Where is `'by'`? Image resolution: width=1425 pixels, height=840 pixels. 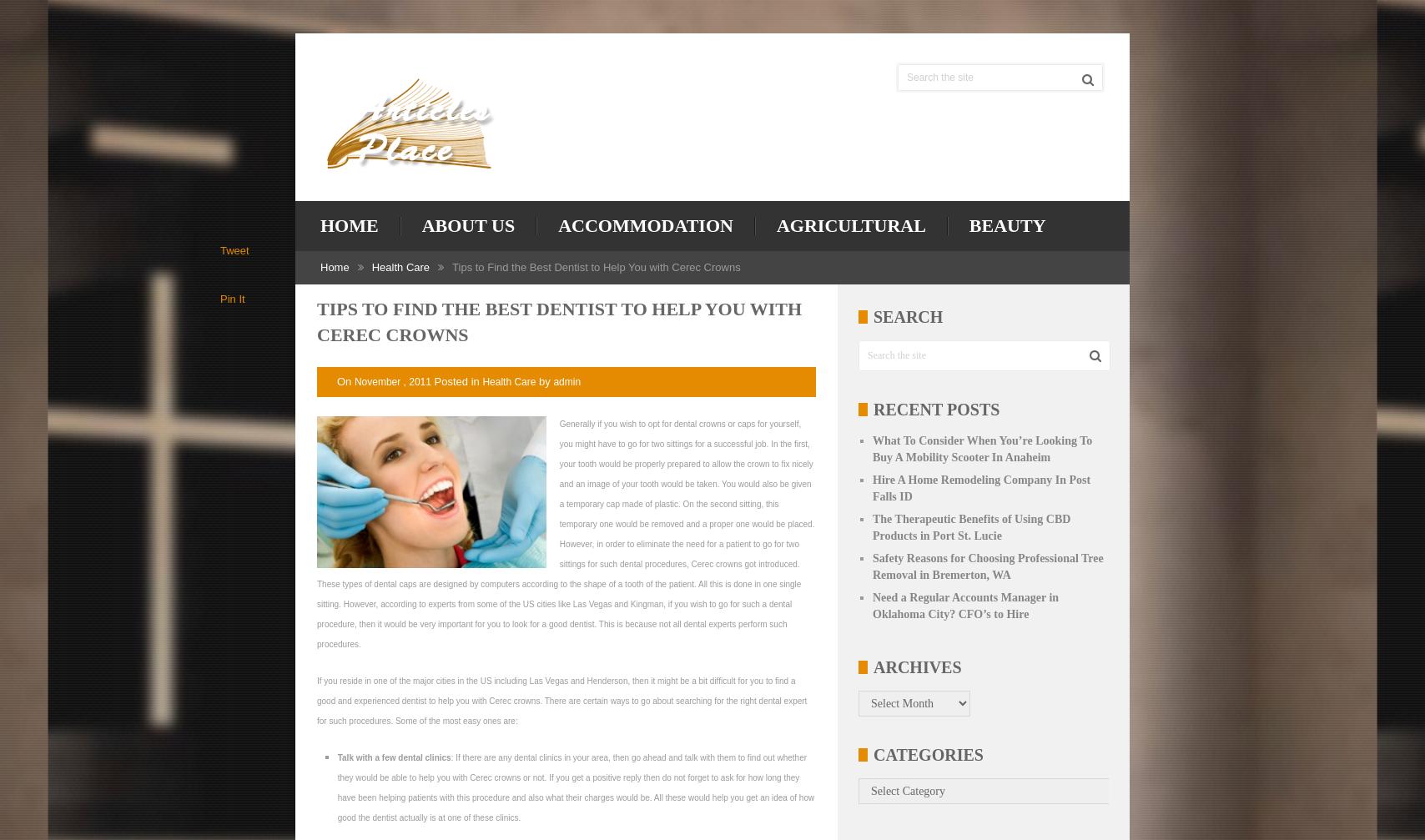
'by' is located at coordinates (544, 380).